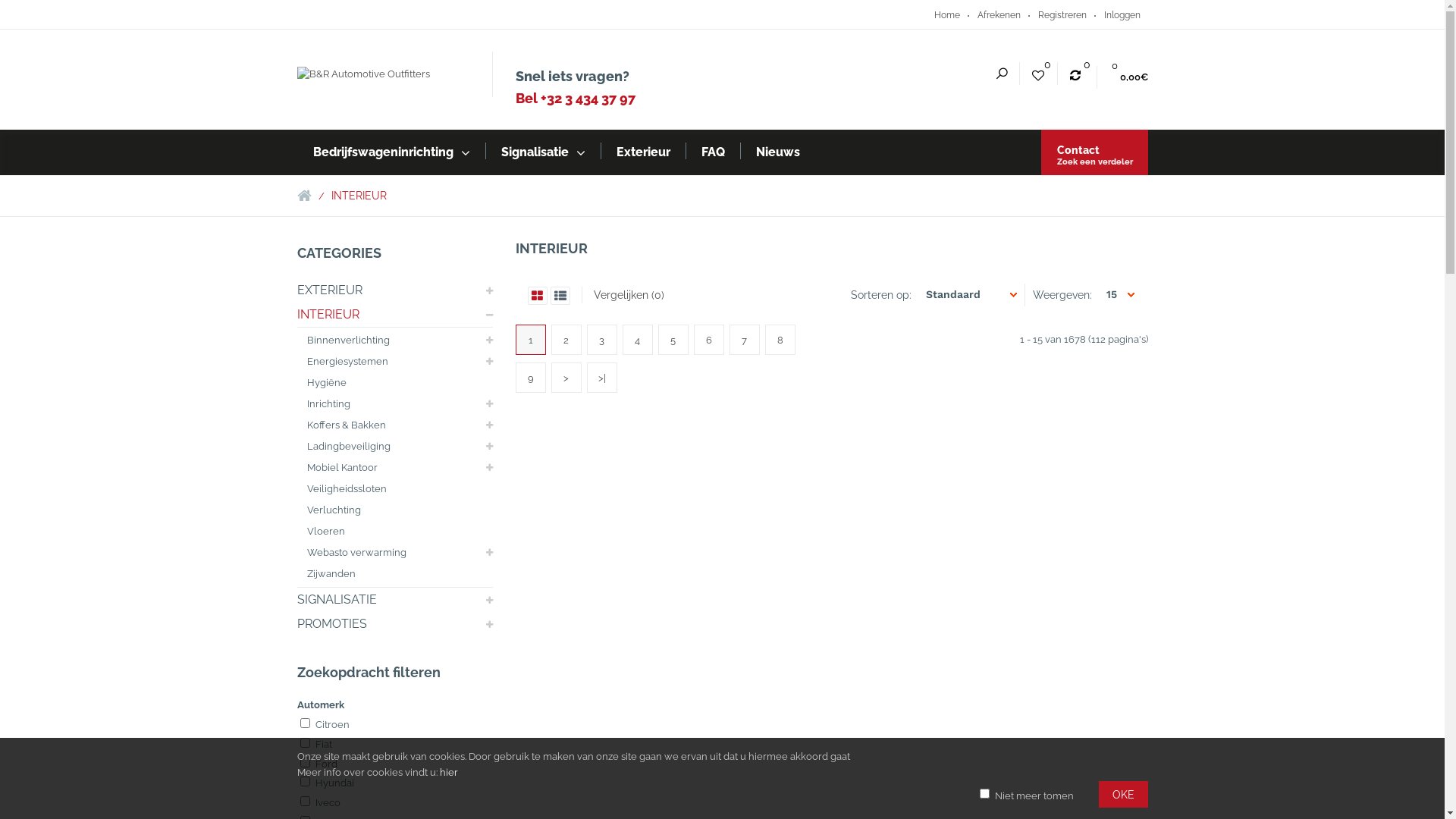 Image resolution: width=1456 pixels, height=819 pixels. Describe the element at coordinates (694, 338) in the screenshot. I see `'6'` at that location.